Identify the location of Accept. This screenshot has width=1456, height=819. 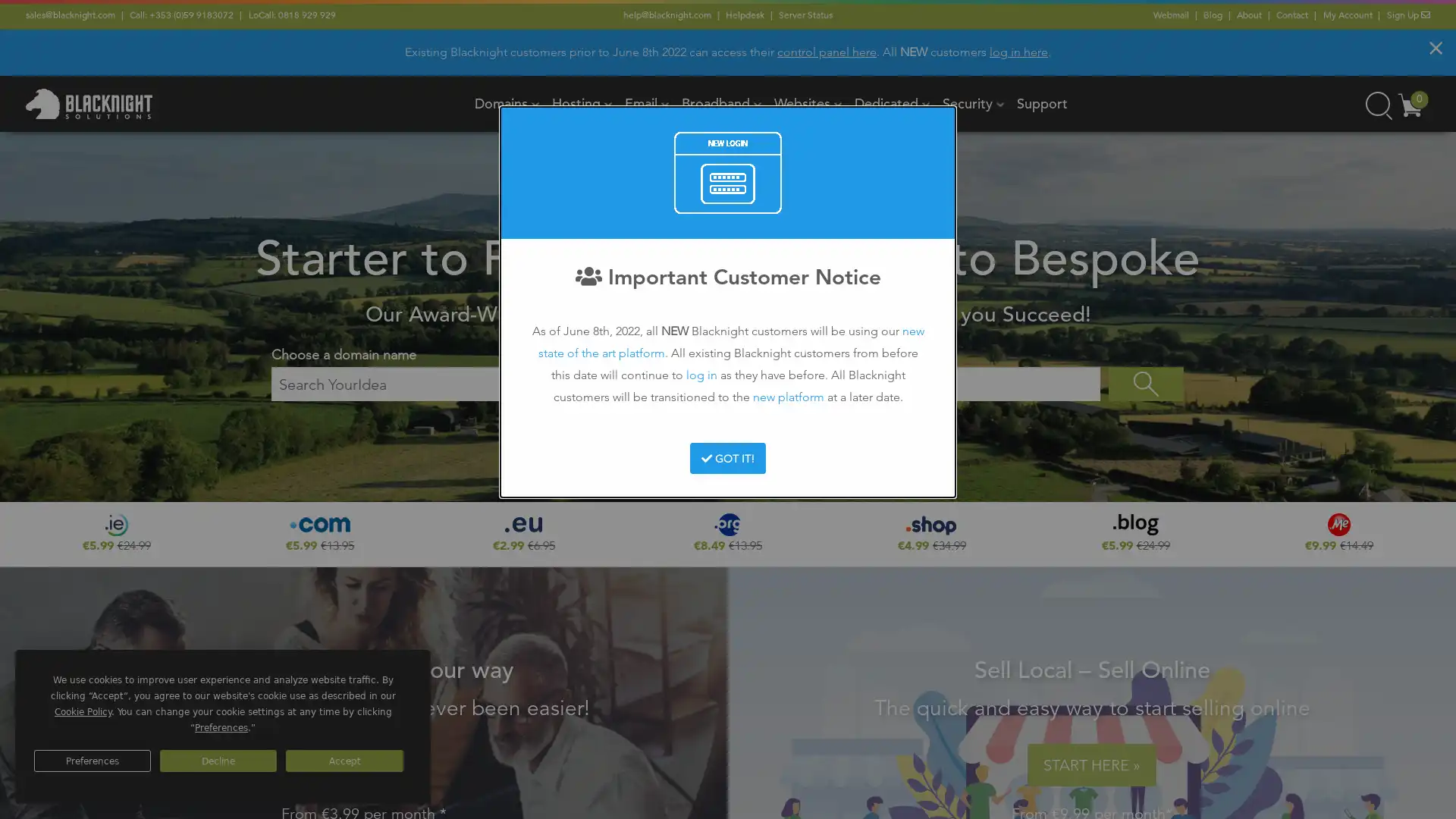
(344, 761).